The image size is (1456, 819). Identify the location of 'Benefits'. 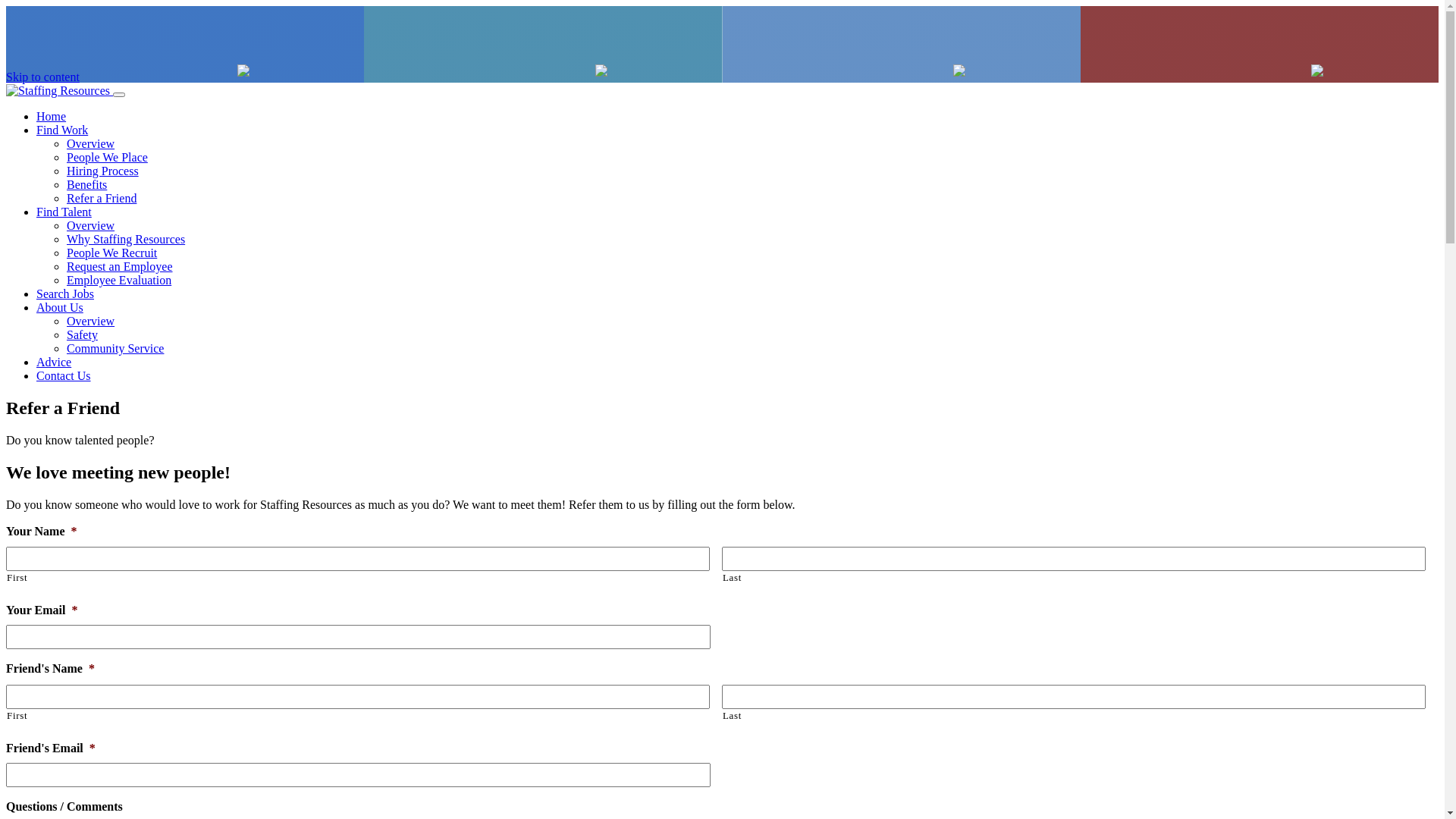
(86, 184).